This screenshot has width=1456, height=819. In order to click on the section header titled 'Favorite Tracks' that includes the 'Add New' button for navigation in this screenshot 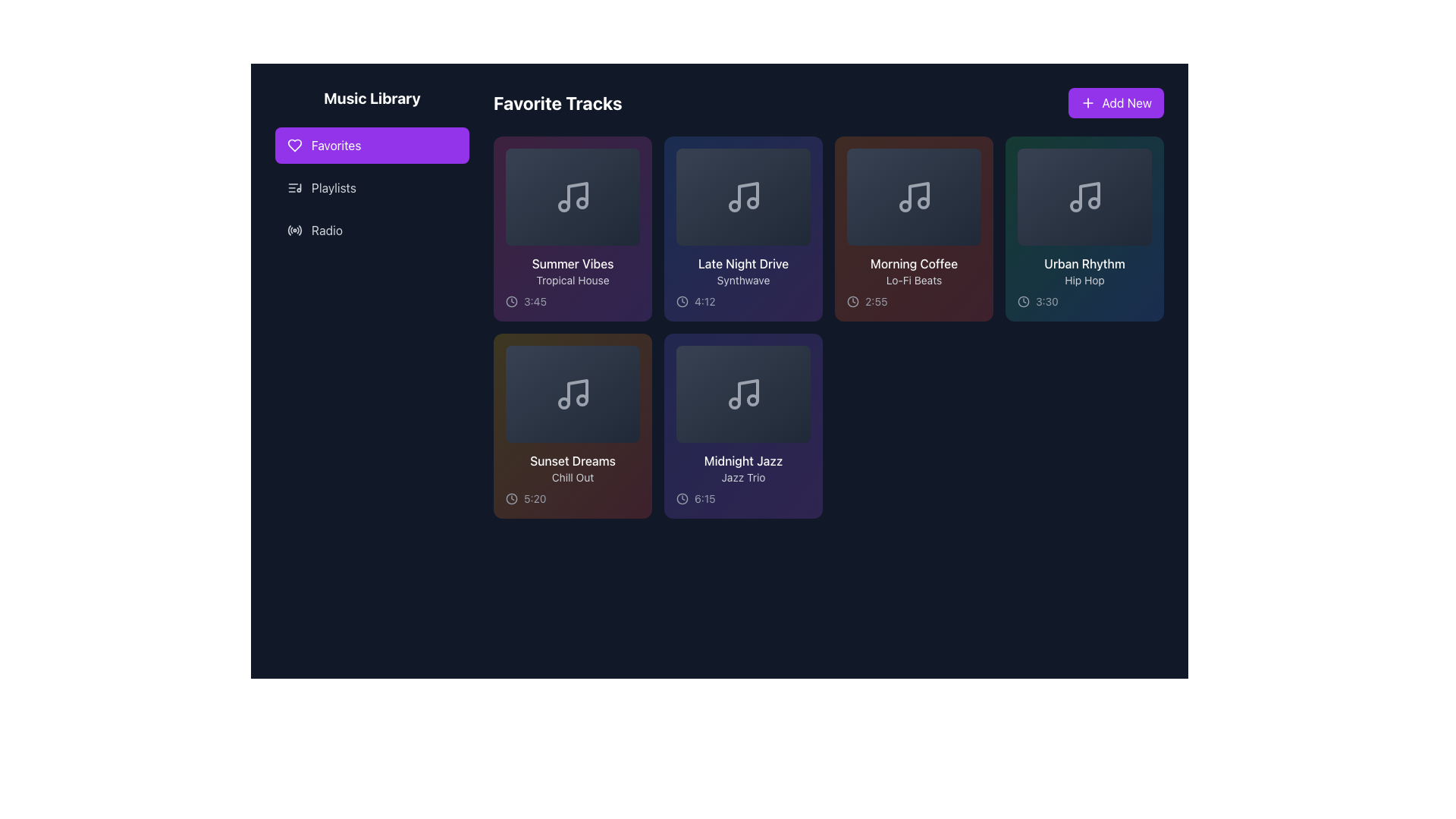, I will do `click(828, 102)`.